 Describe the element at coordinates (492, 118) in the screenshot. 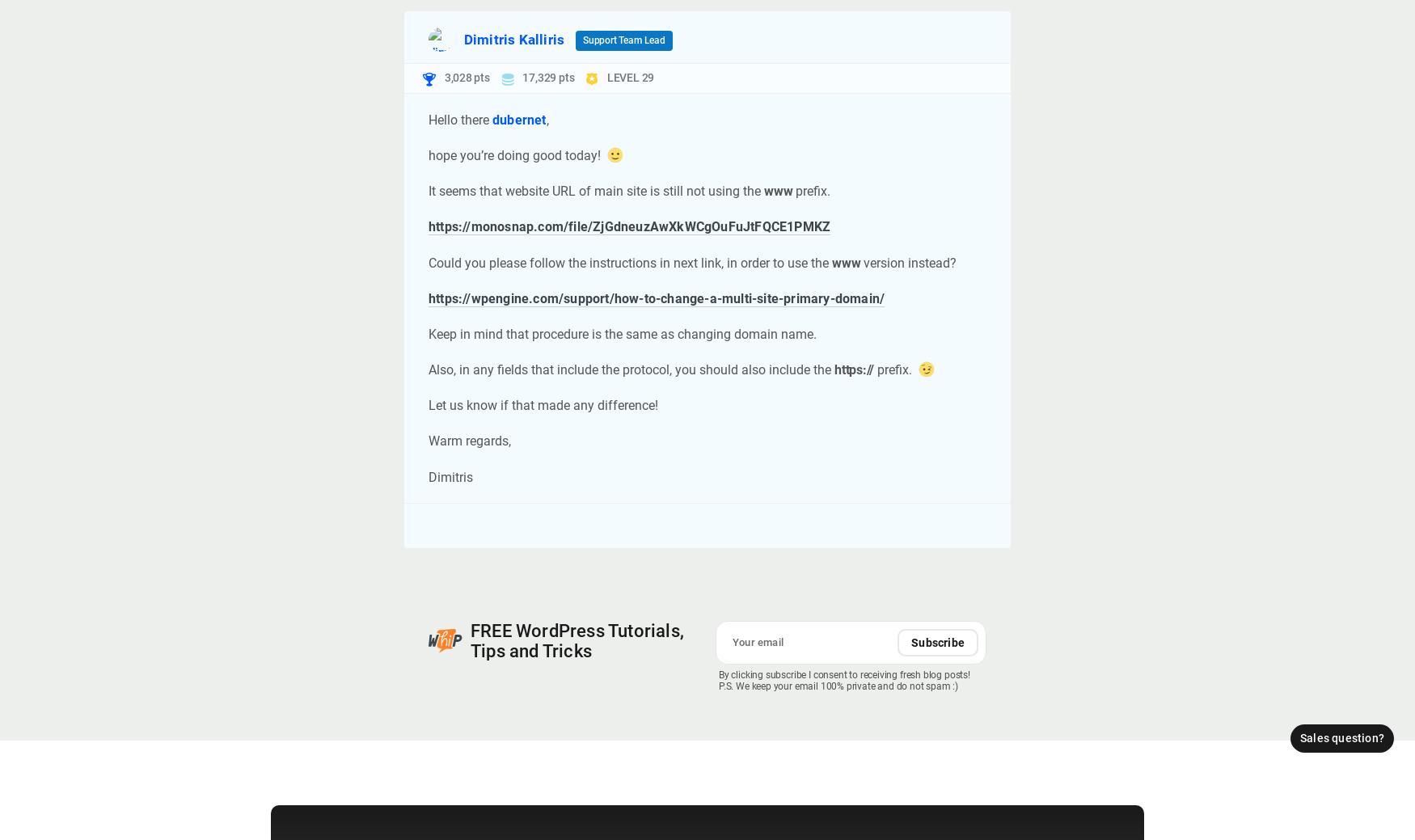

I see `'dubernet'` at that location.